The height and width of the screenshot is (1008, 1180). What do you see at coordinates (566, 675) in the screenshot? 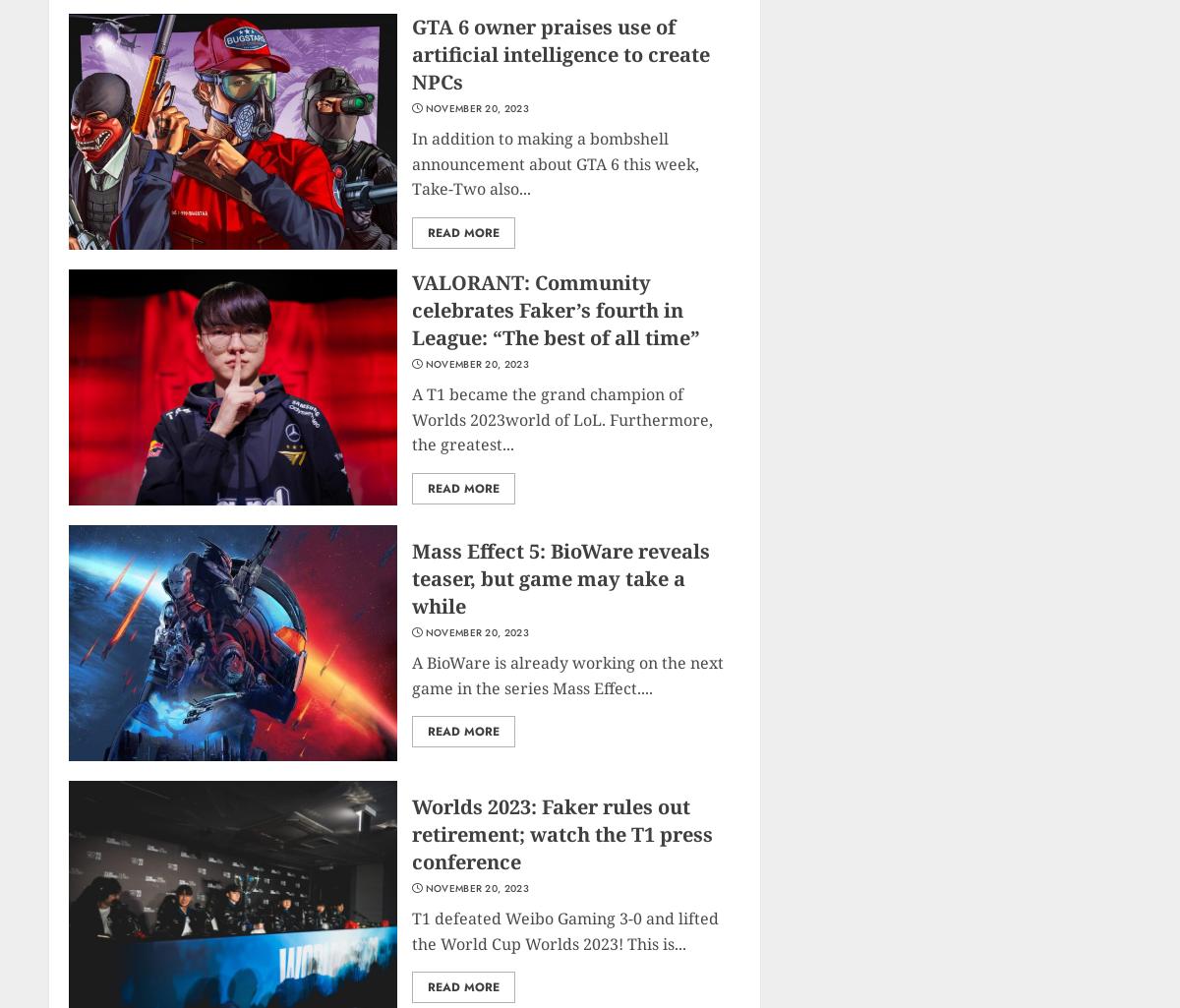
I see `'A BioWare is already working on the next game in the series Mass Effect....'` at bounding box center [566, 675].